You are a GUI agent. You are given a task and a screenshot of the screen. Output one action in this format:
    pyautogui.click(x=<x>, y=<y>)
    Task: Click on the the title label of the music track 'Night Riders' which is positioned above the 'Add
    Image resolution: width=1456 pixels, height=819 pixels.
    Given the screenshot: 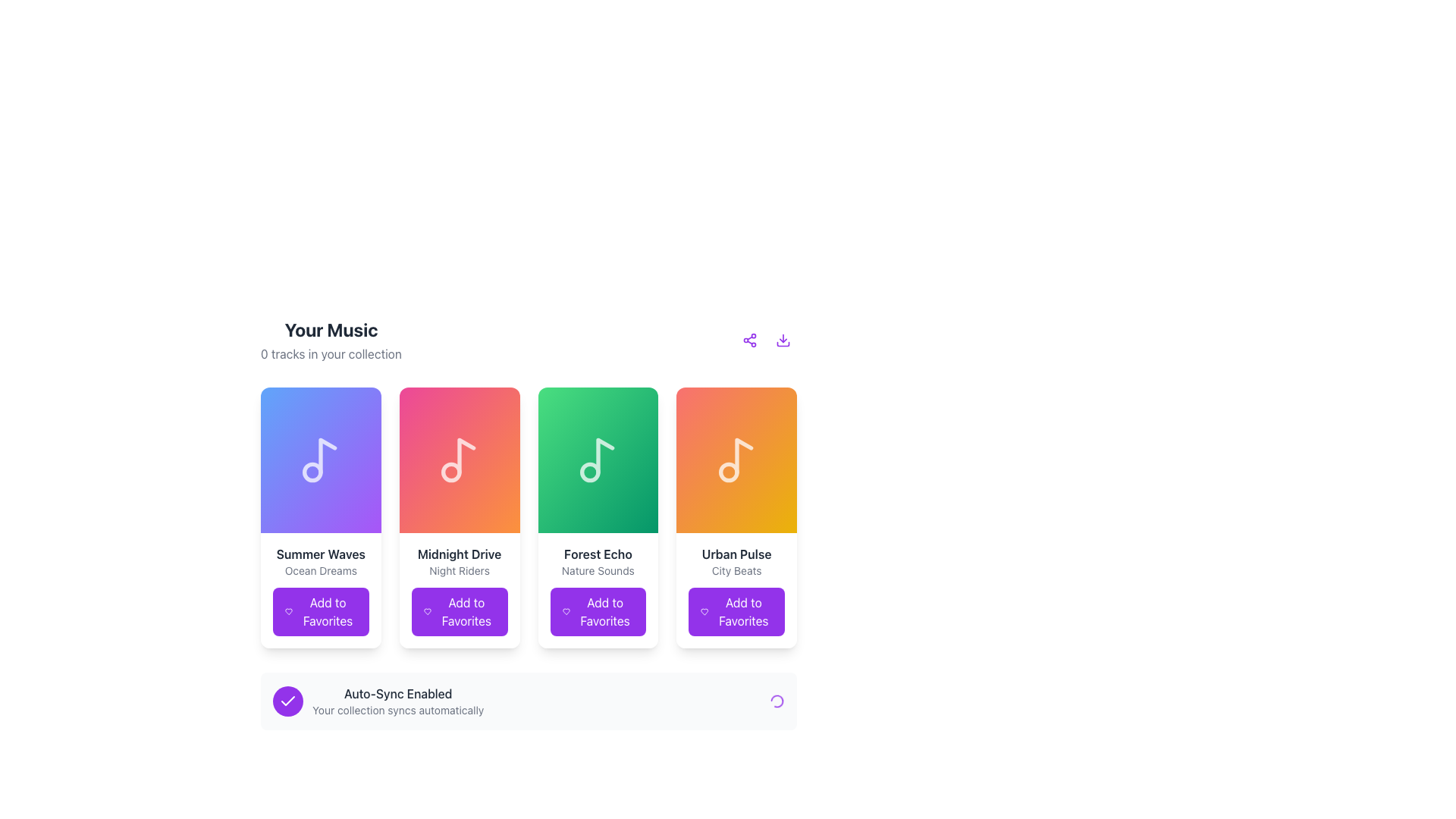 What is the action you would take?
    pyautogui.click(x=459, y=554)
    